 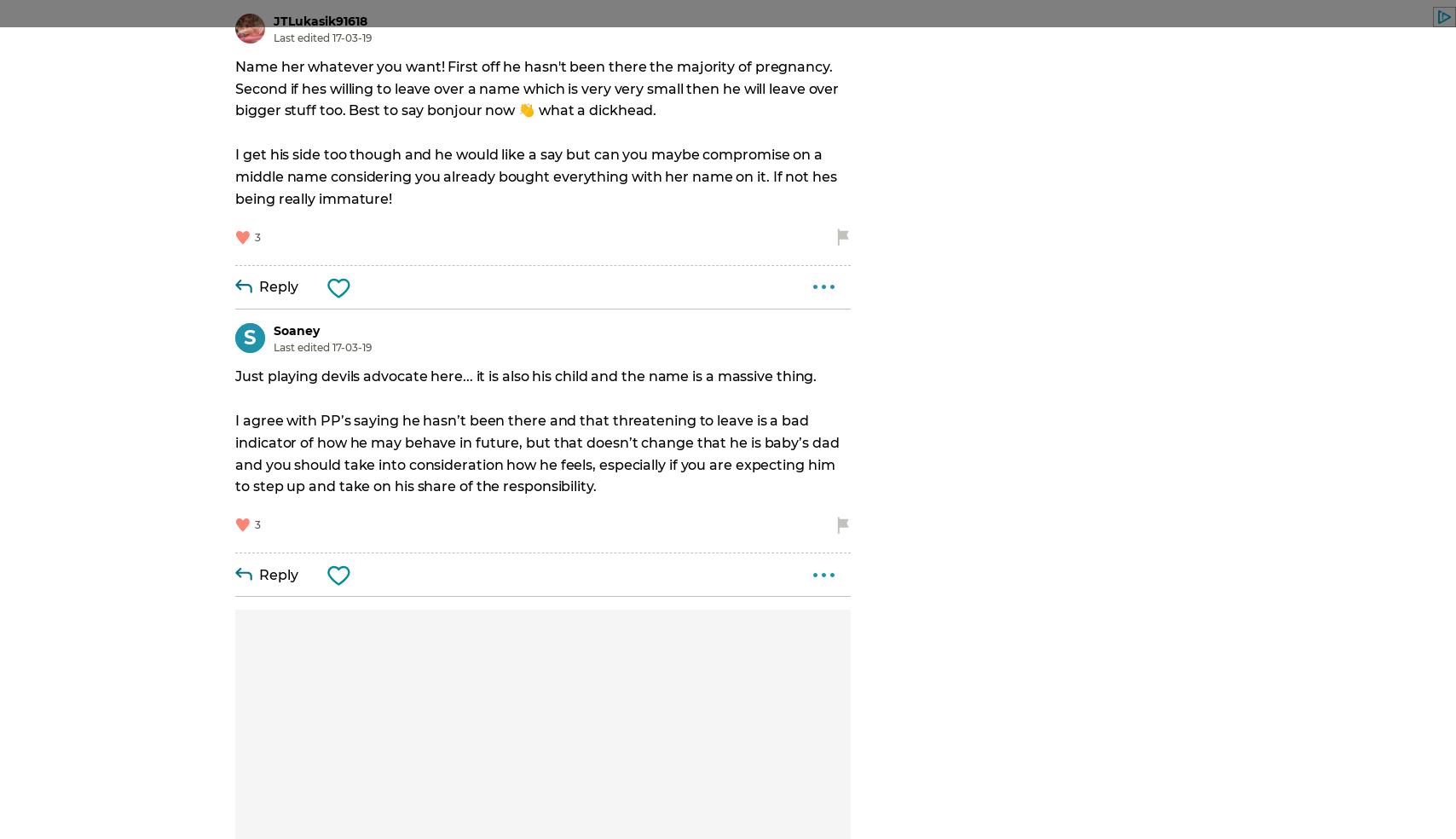 What do you see at coordinates (273, 20) in the screenshot?
I see `'JTLukasik91618'` at bounding box center [273, 20].